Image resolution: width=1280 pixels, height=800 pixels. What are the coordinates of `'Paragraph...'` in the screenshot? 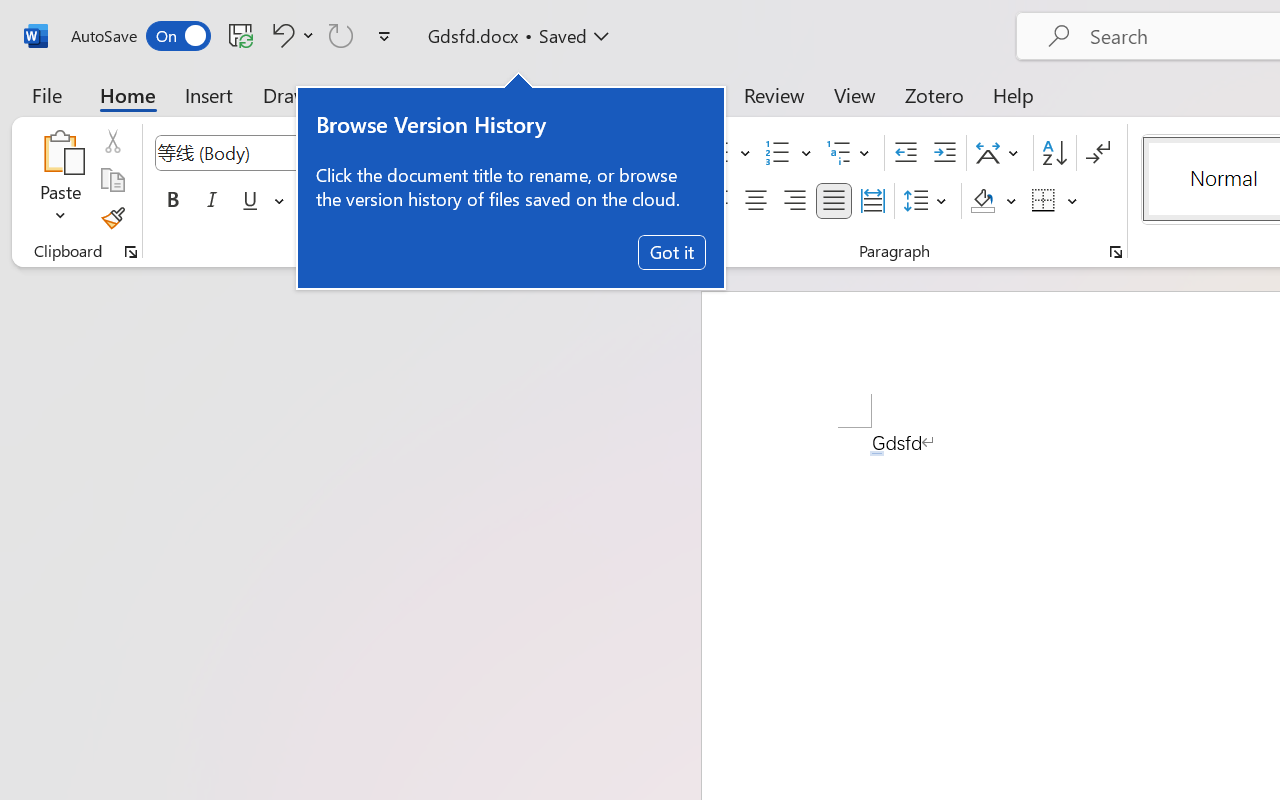 It's located at (1114, 251).